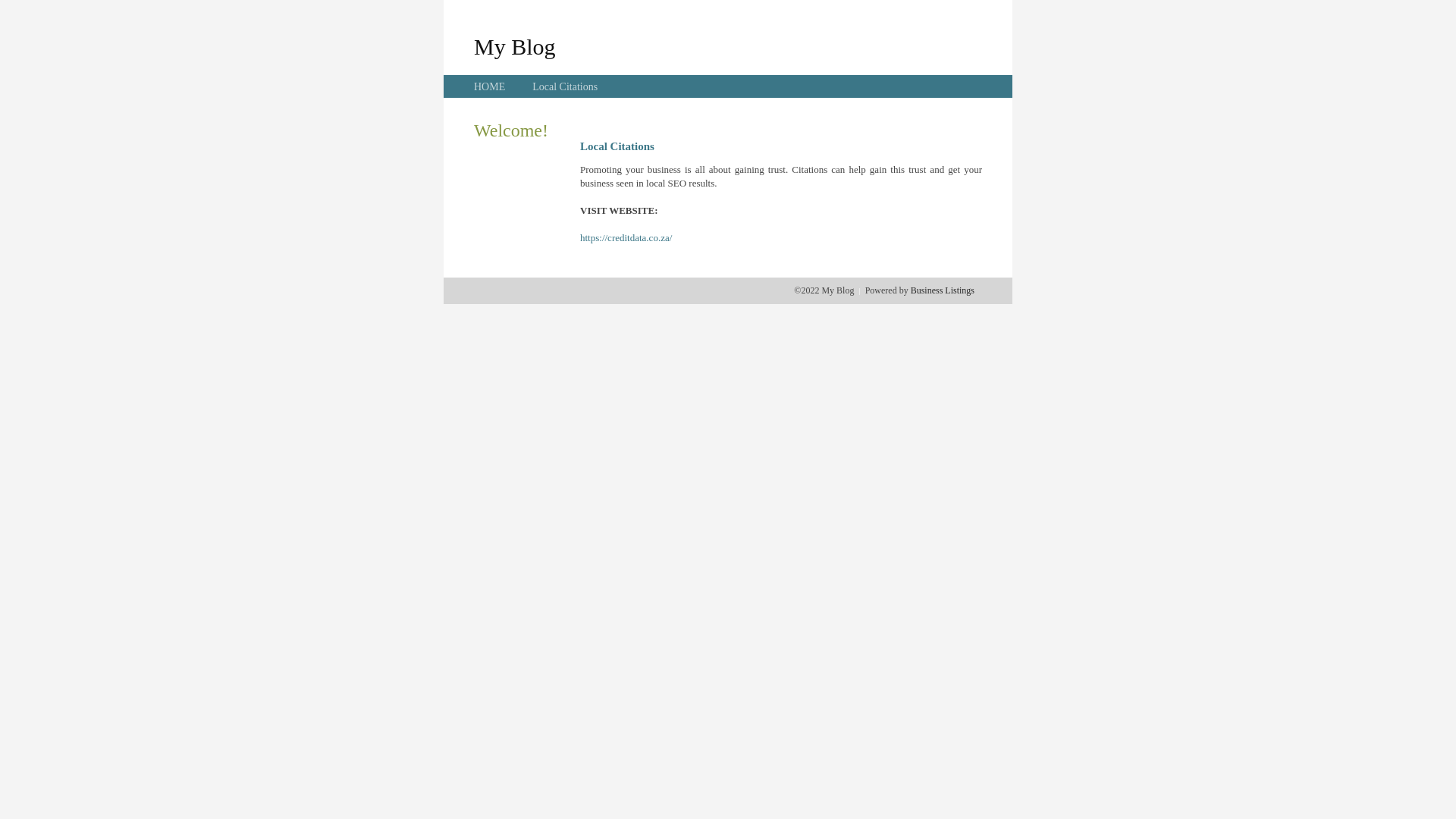  Describe the element at coordinates (626, 237) in the screenshot. I see `'https://creditdata.co.za/'` at that location.